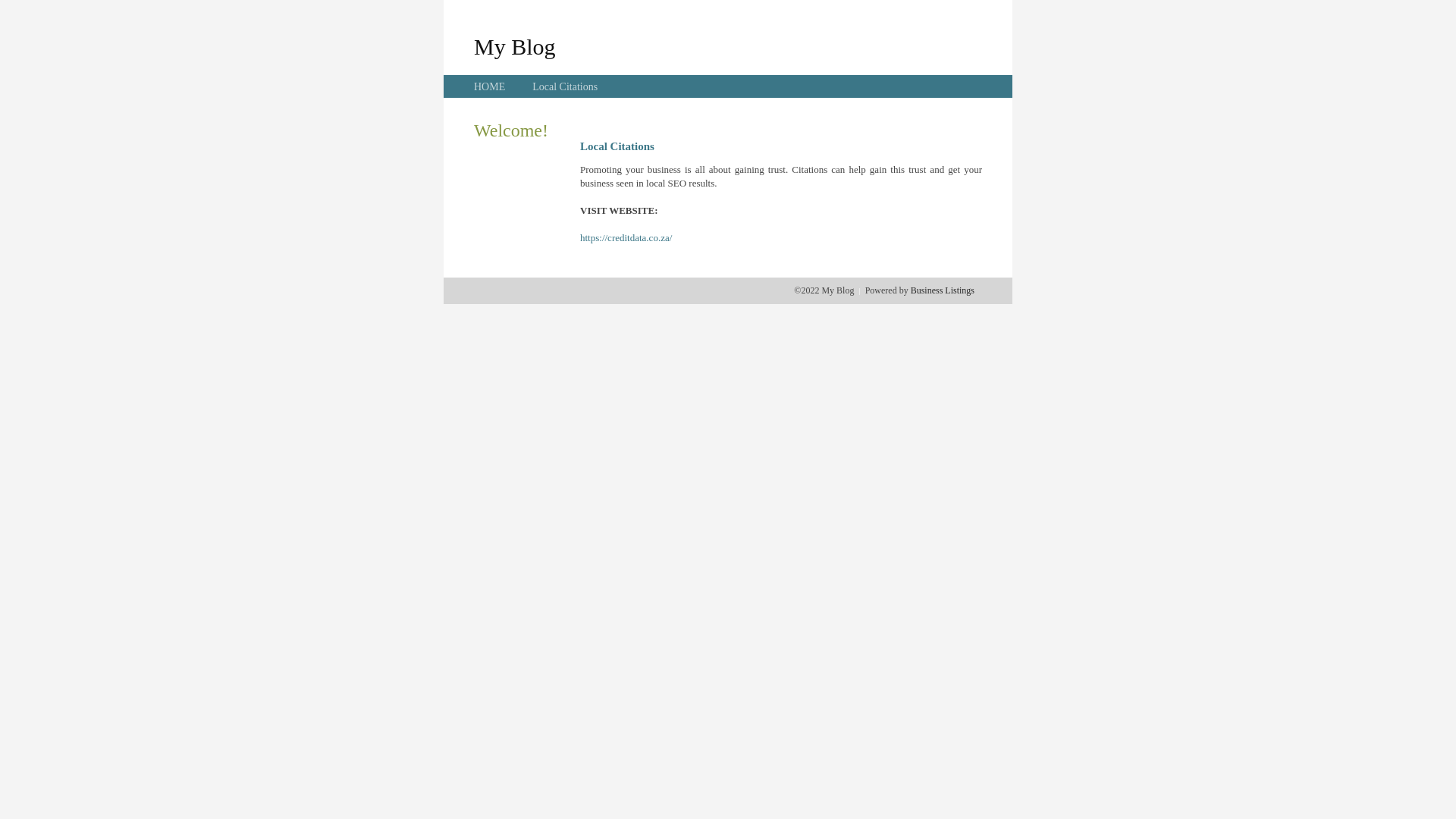  Describe the element at coordinates (626, 237) in the screenshot. I see `'https://creditdata.co.za/'` at that location.